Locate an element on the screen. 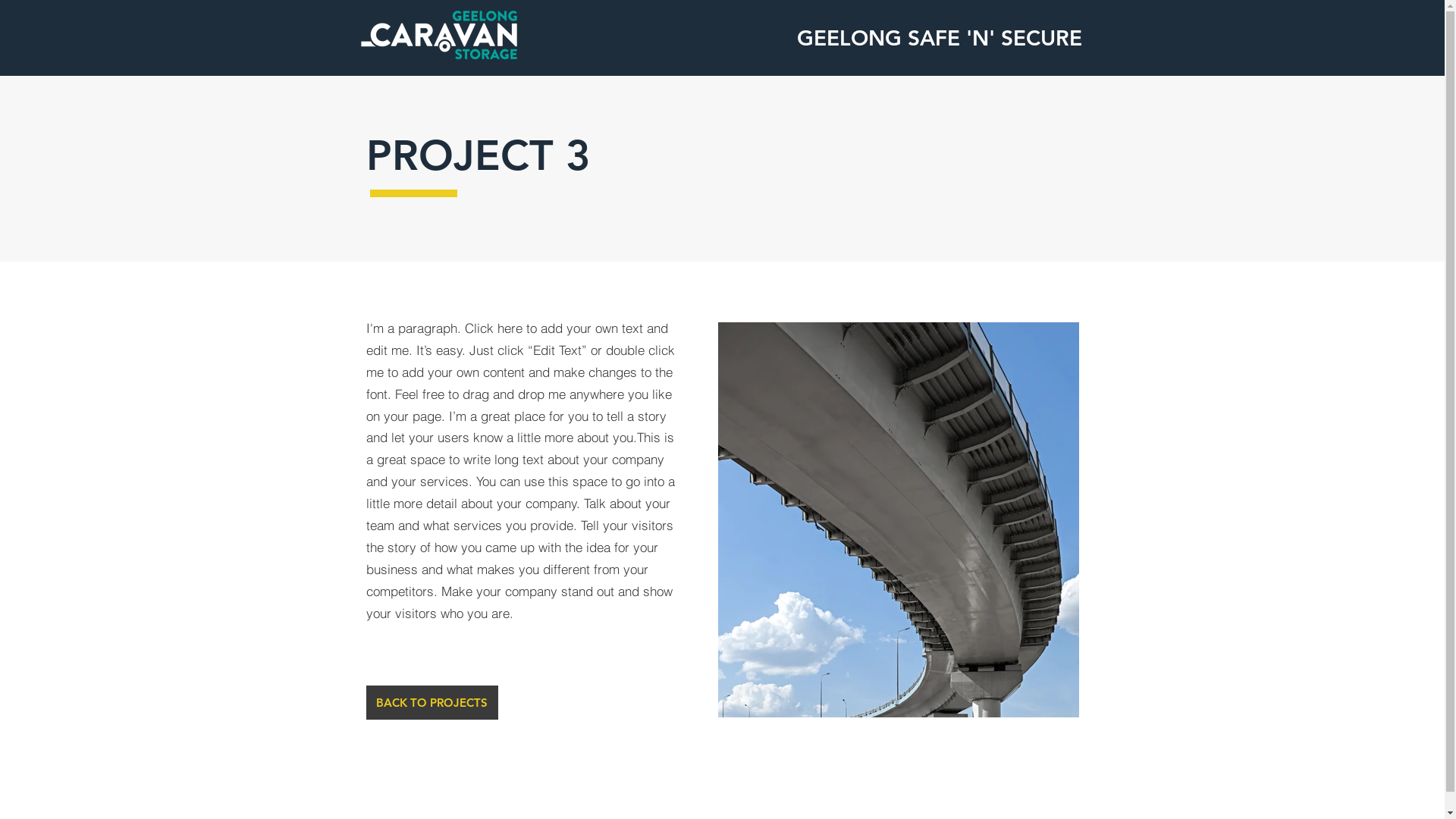  'BACK TO PROJECTS' is located at coordinates (431, 702).